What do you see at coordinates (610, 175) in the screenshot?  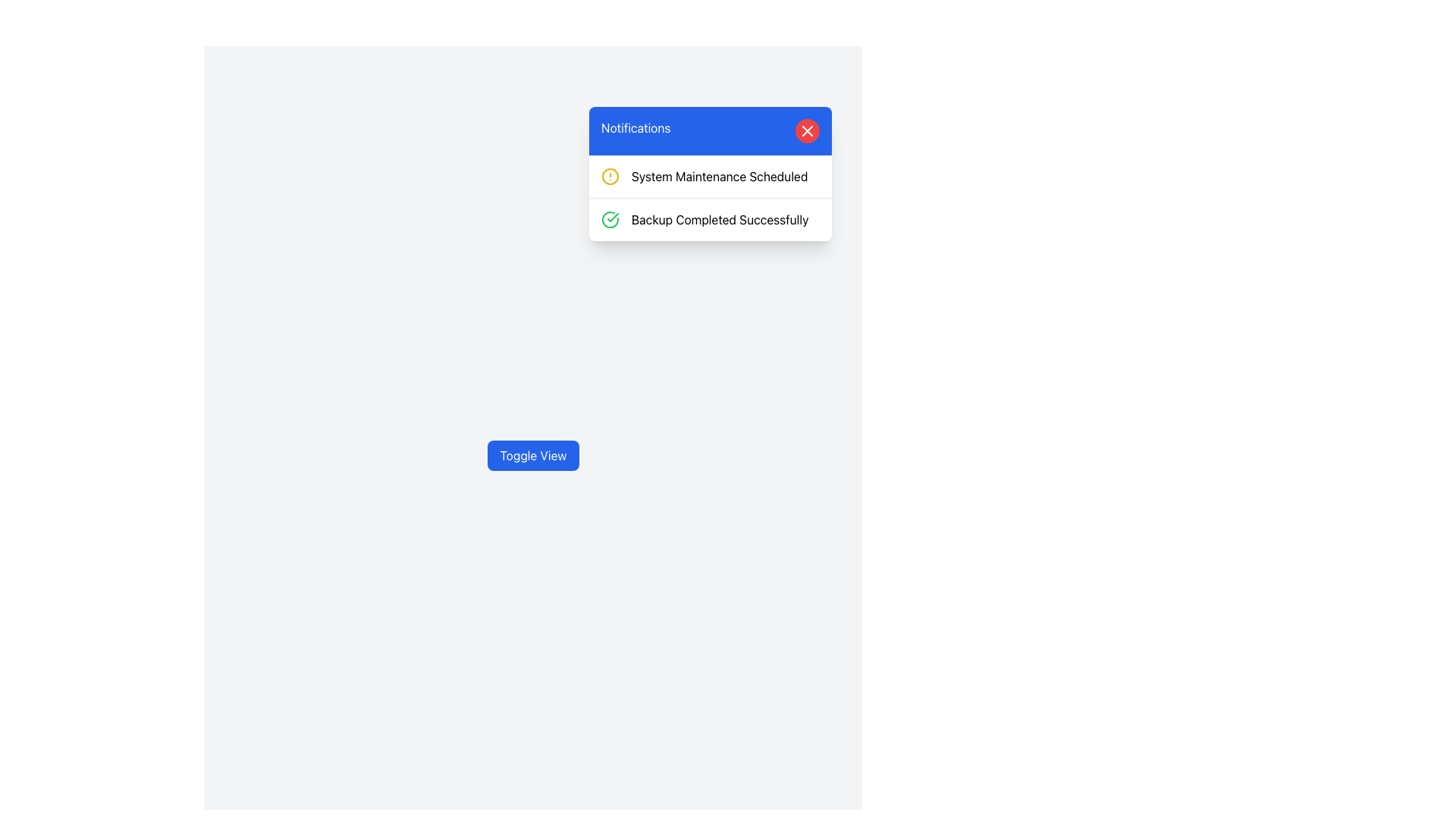 I see `the circular graphical component of the notification icon, which has a yellow border and is located next to the text 'System Maintenance Scheduled' in the notification list` at bounding box center [610, 175].